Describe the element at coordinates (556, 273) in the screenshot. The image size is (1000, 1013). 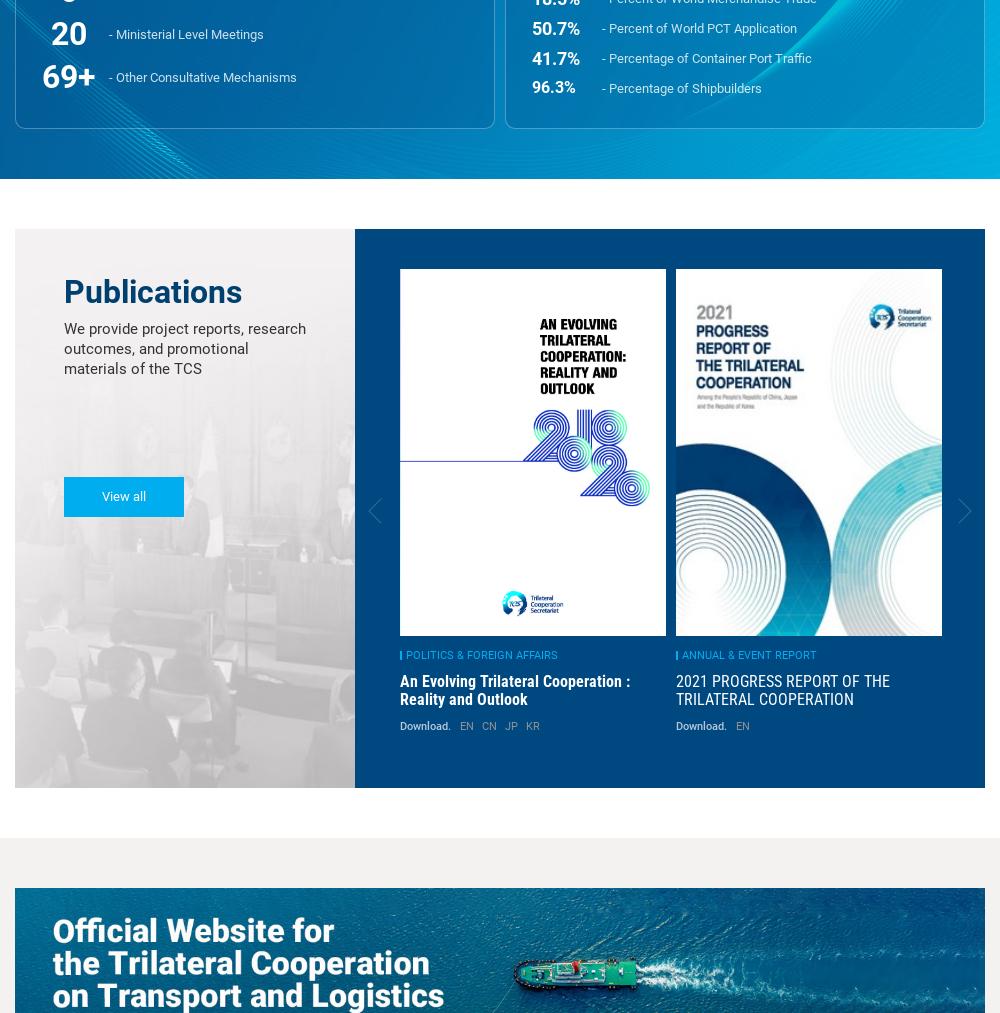
I see `'15,343'` at that location.